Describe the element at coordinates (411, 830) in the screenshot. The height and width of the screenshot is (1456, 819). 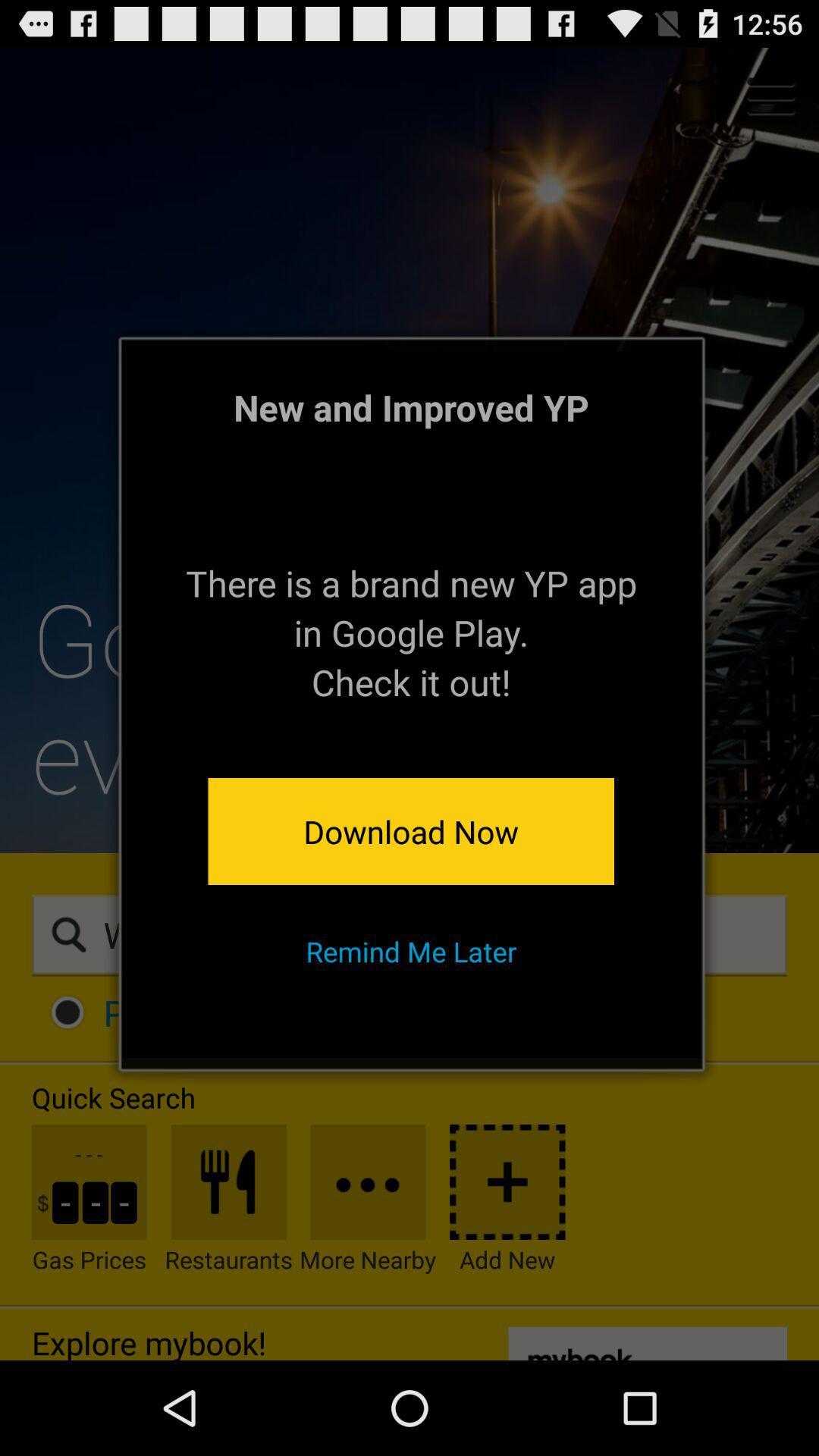
I see `app above remind me later app` at that location.